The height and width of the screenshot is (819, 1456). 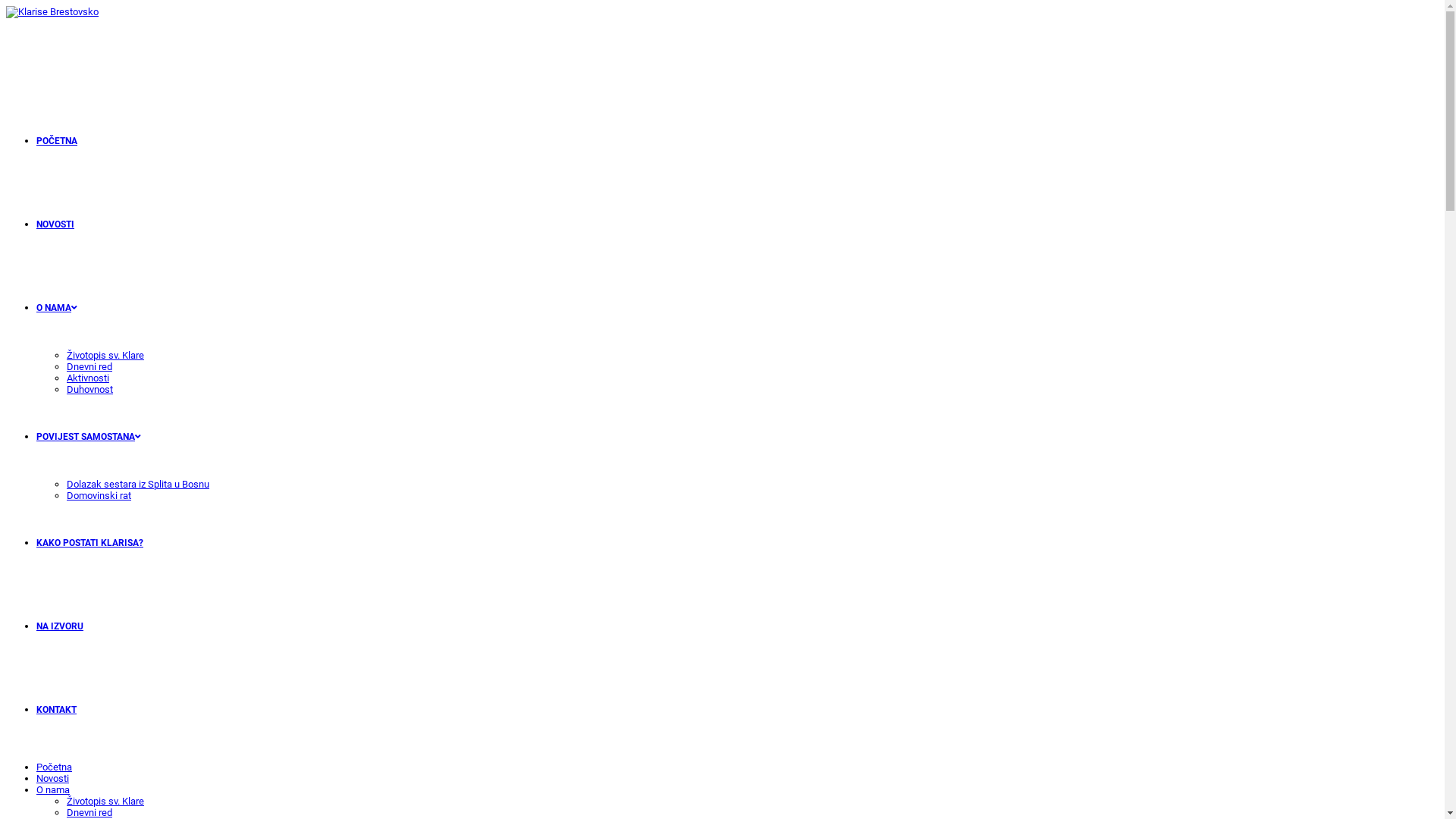 What do you see at coordinates (89, 366) in the screenshot?
I see `'Dnevni red'` at bounding box center [89, 366].